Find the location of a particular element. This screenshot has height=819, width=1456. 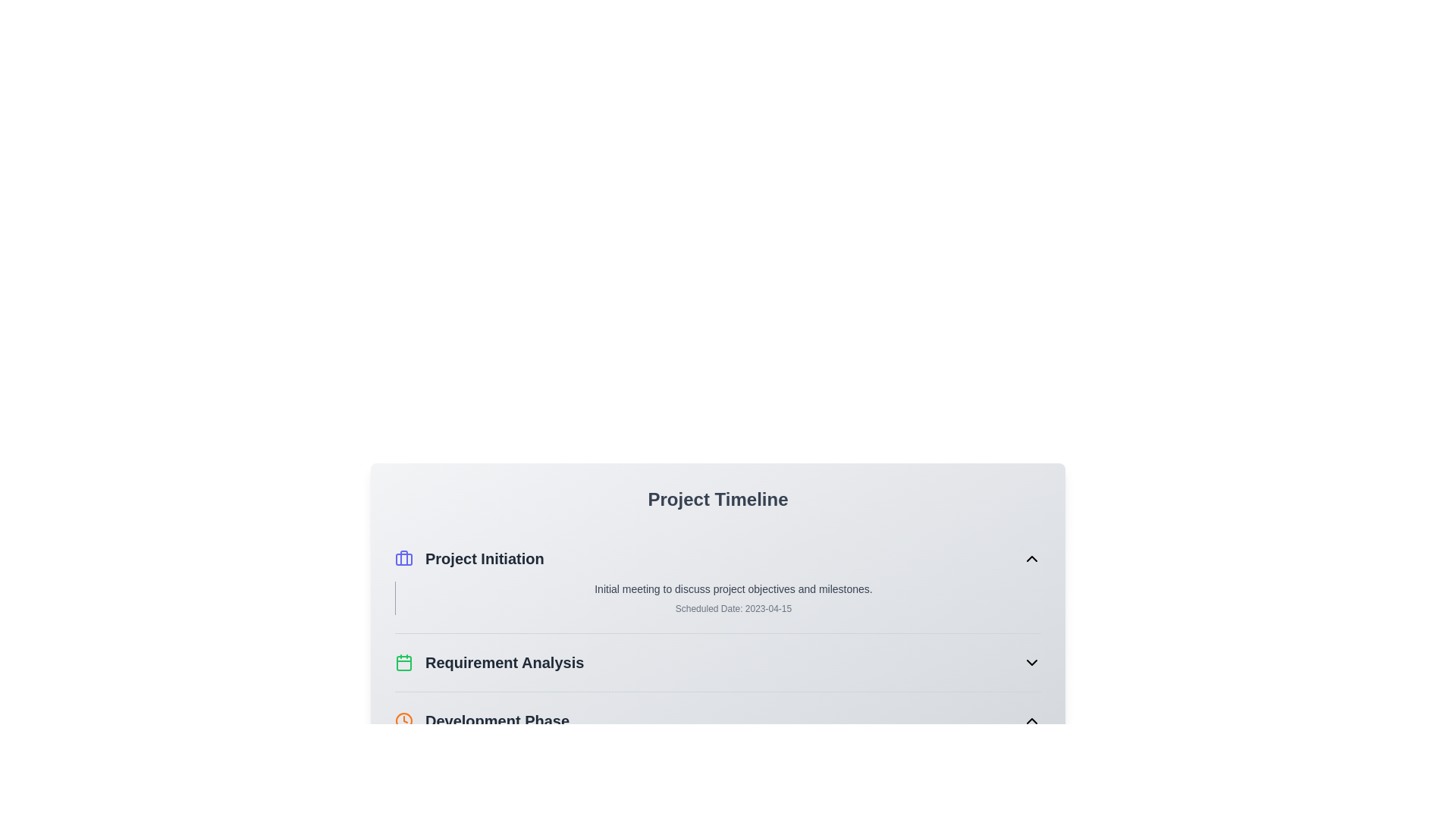

the downward-pointing chevron arrow icon is located at coordinates (1031, 662).